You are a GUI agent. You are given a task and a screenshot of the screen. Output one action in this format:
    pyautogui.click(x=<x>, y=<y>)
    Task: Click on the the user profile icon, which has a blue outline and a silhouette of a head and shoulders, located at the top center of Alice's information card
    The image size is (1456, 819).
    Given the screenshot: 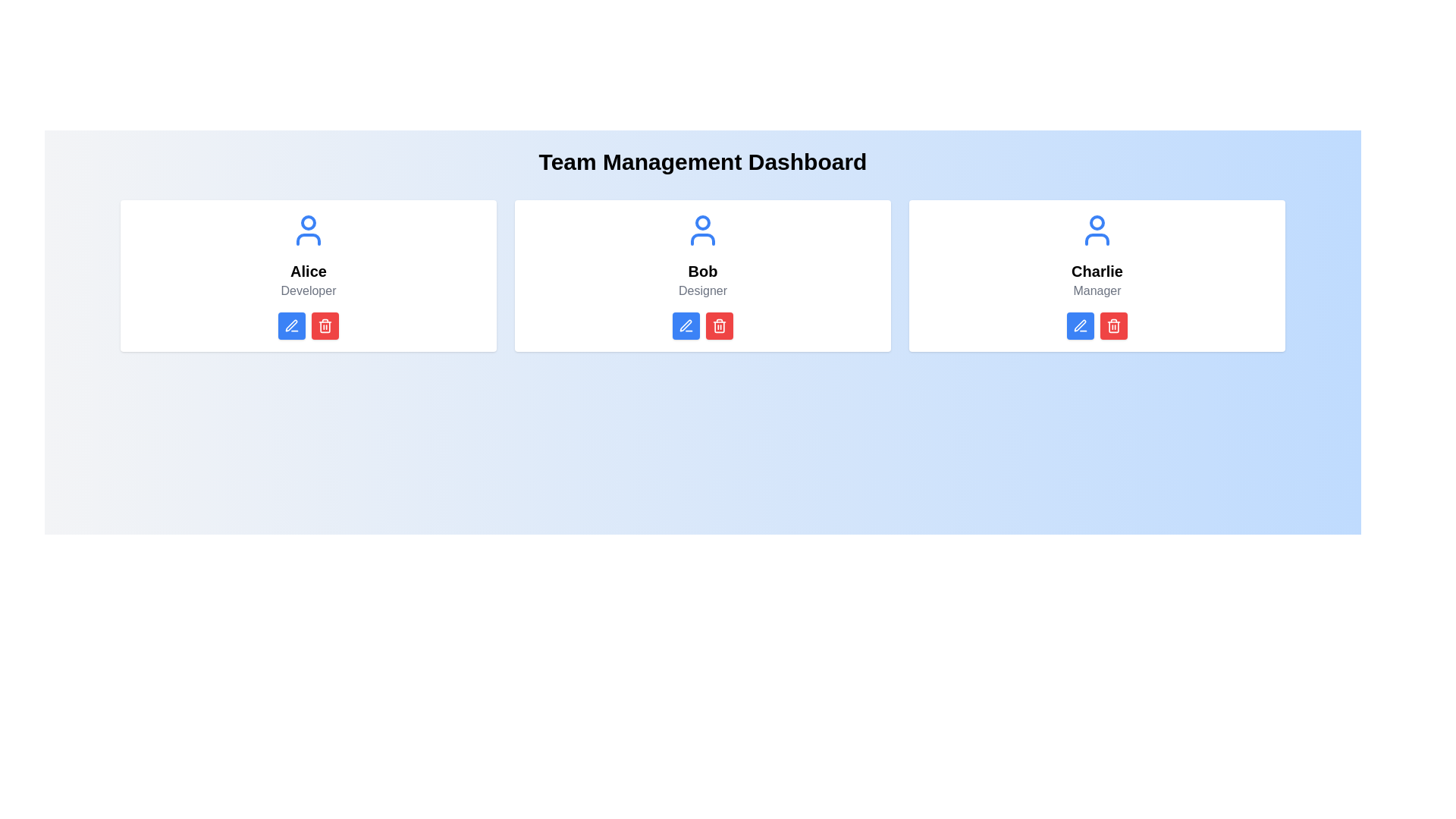 What is the action you would take?
    pyautogui.click(x=308, y=231)
    